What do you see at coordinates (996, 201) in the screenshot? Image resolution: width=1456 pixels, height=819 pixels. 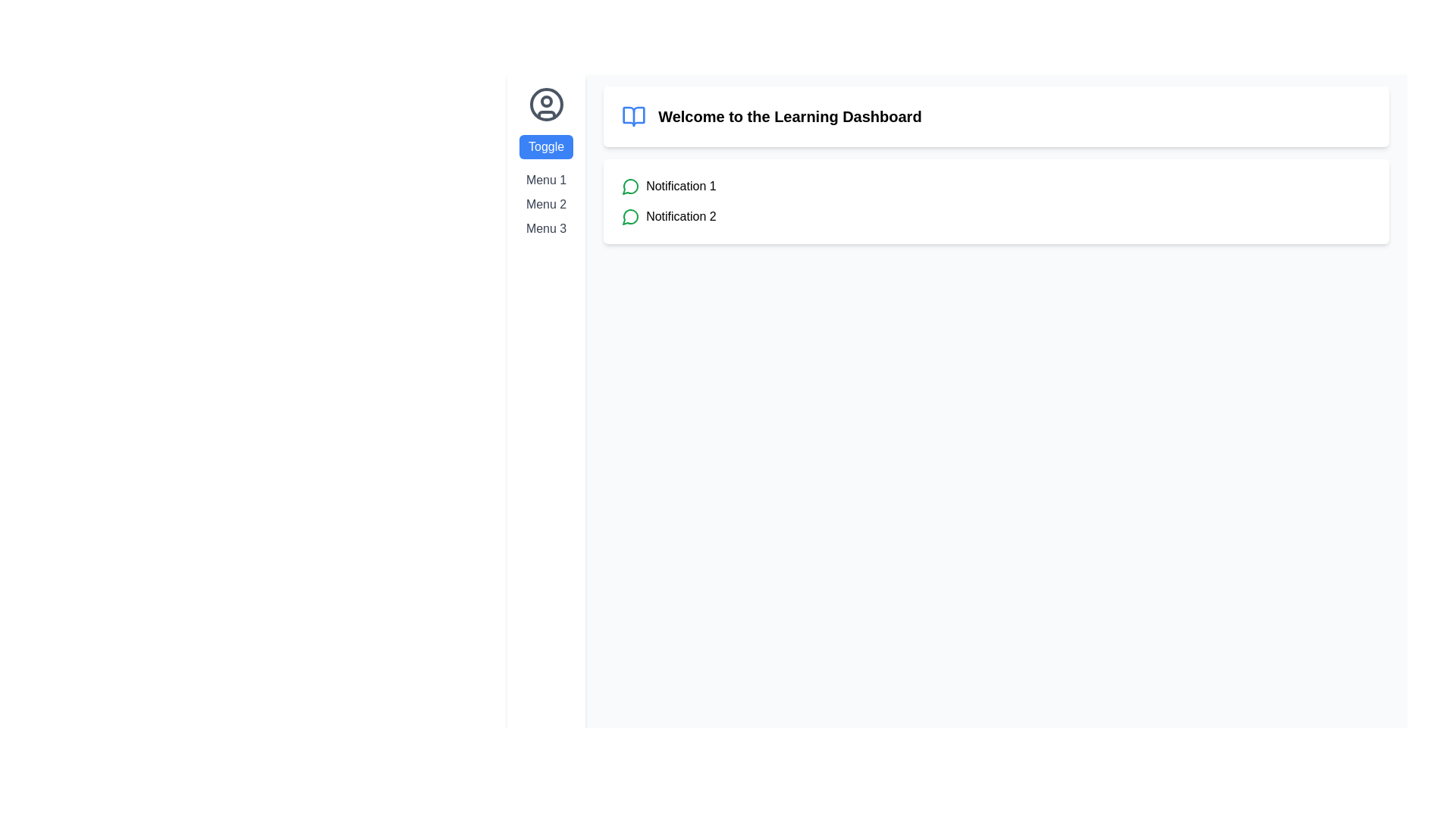 I see `a notification item` at bounding box center [996, 201].